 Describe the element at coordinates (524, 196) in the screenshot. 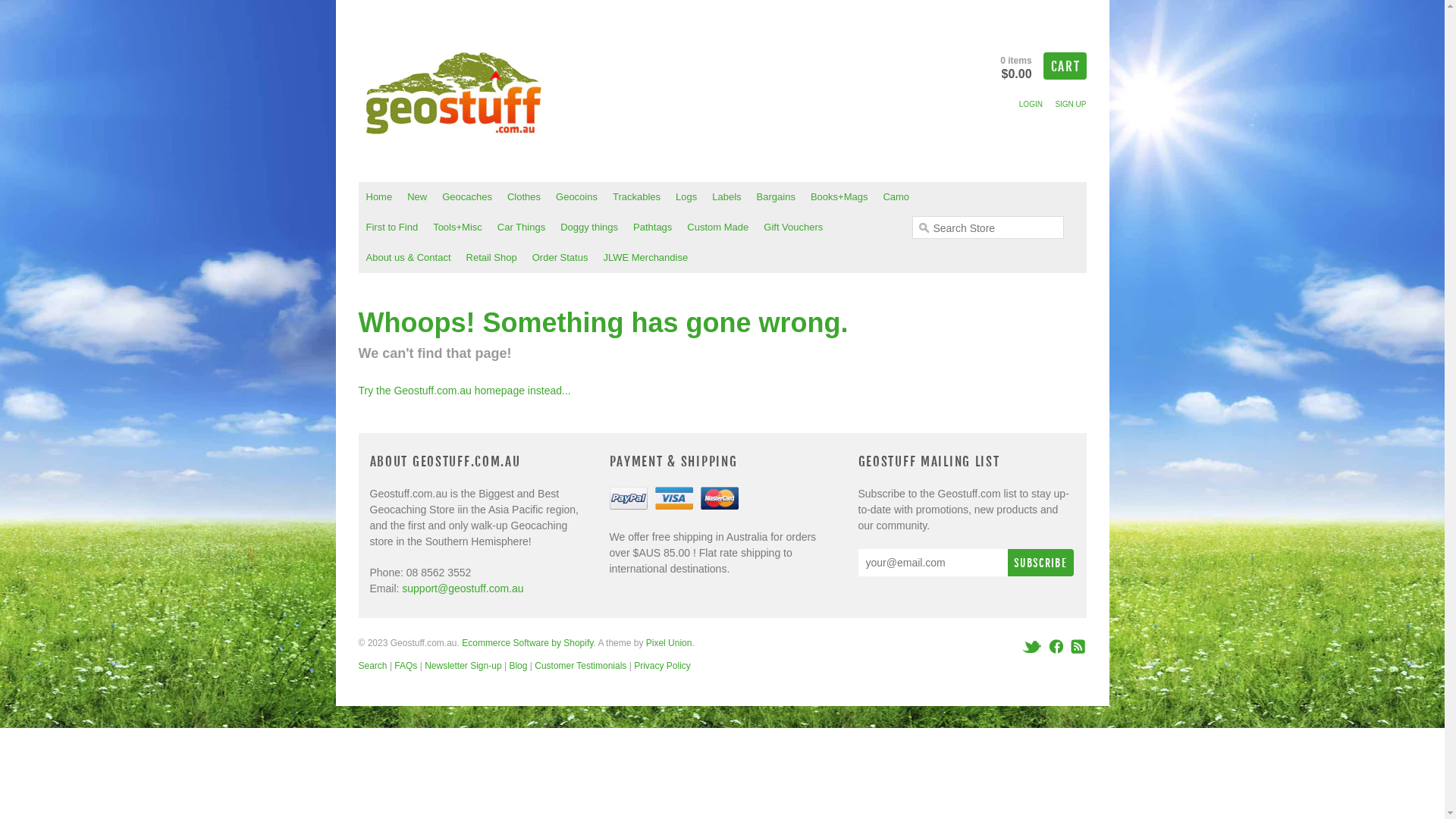

I see `'Clothes'` at that location.